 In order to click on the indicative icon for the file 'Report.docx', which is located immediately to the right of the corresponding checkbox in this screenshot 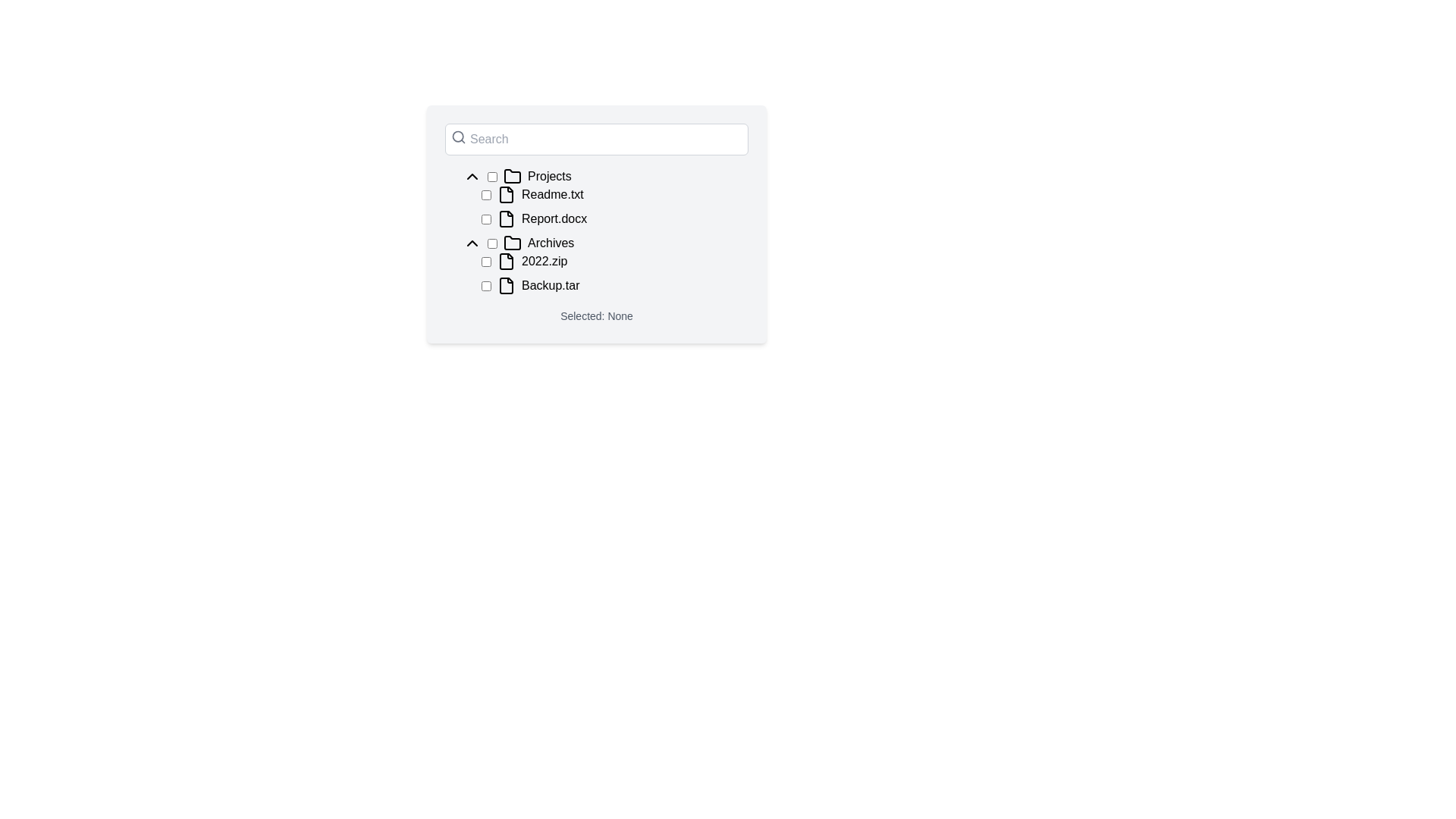, I will do `click(506, 219)`.